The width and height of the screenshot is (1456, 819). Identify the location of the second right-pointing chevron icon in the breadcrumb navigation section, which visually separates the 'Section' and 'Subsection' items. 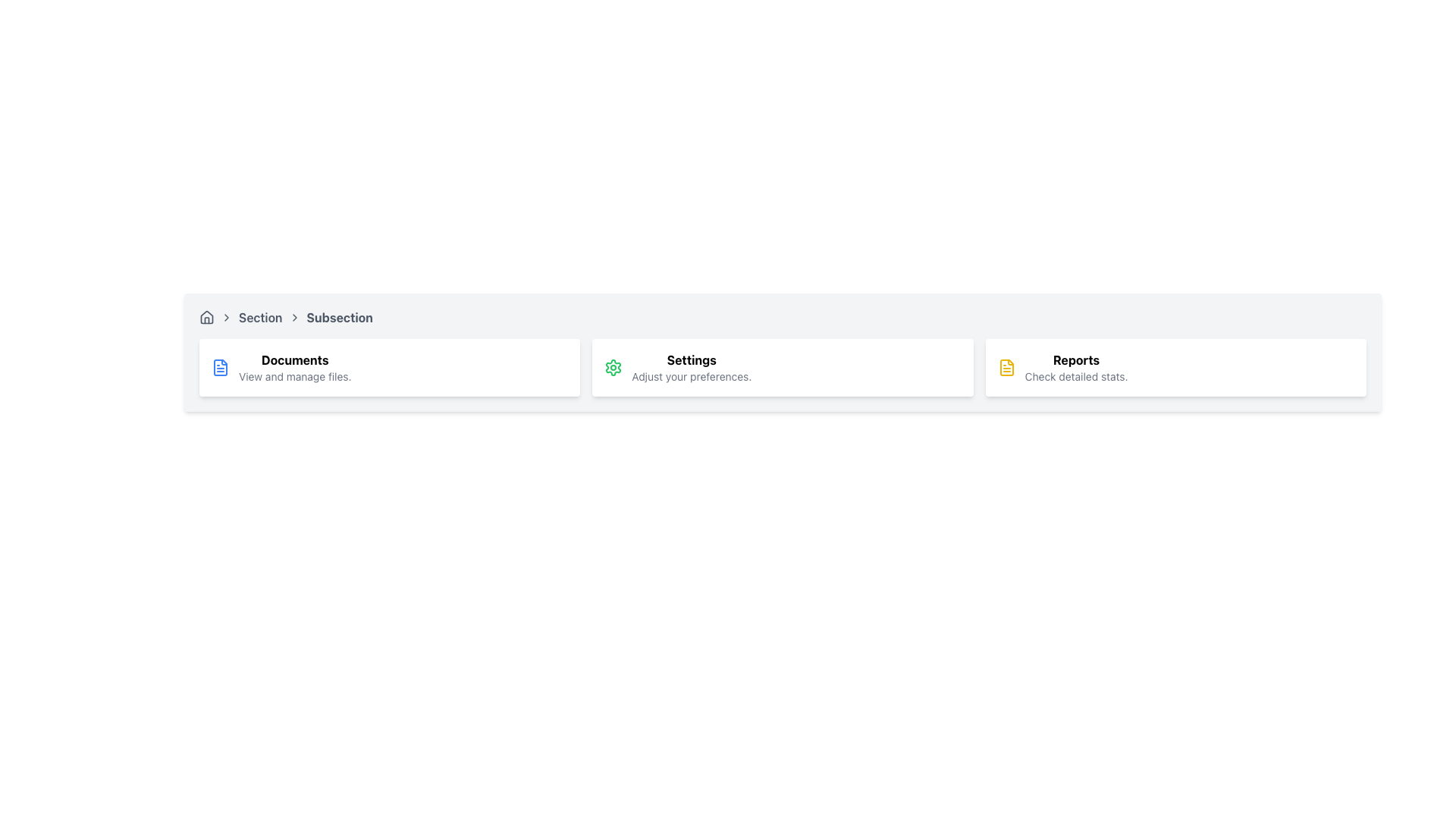
(294, 317).